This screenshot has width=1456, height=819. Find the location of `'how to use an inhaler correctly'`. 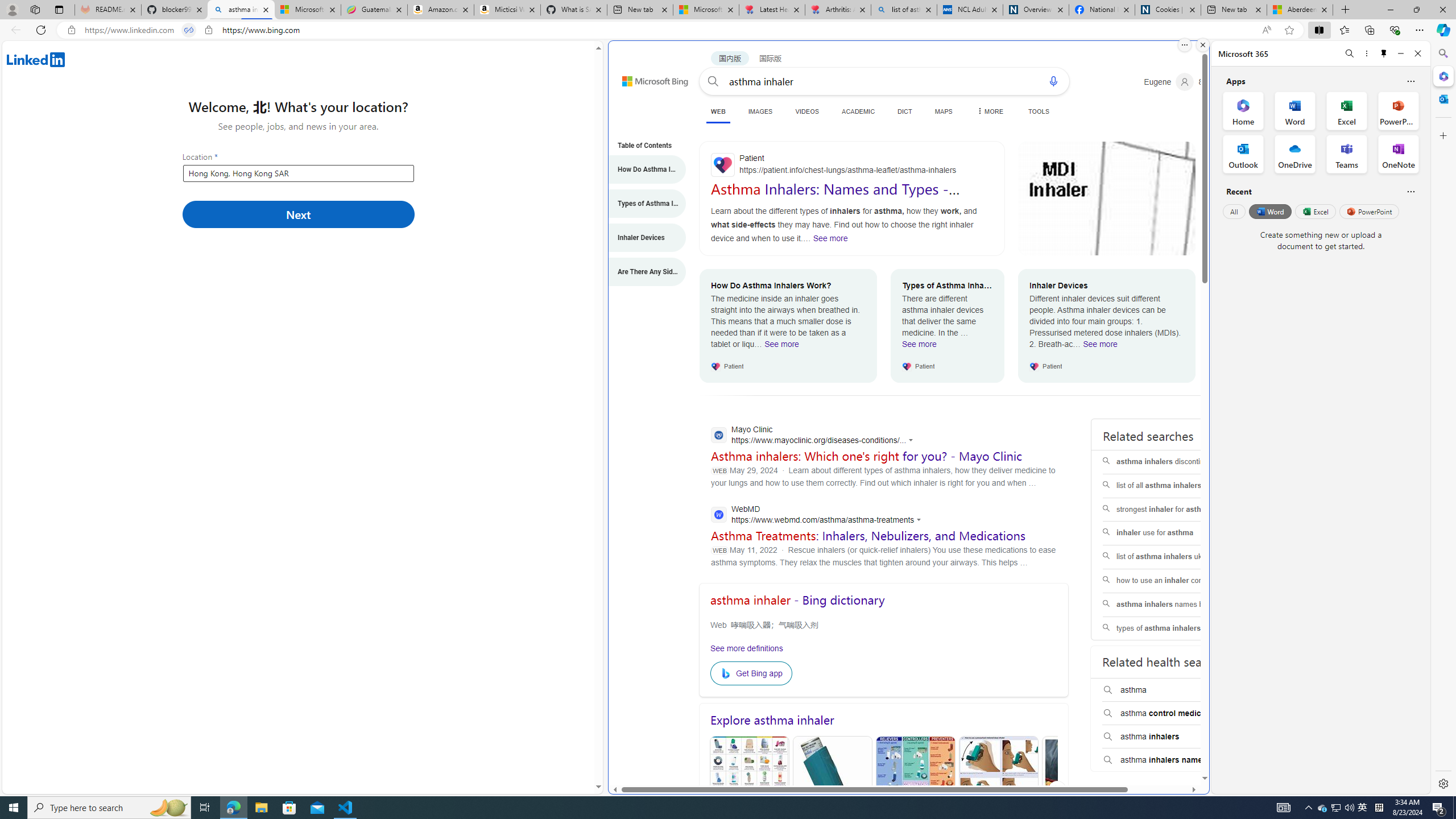

'how to use an inhaler correctly' is located at coordinates (1174, 580).